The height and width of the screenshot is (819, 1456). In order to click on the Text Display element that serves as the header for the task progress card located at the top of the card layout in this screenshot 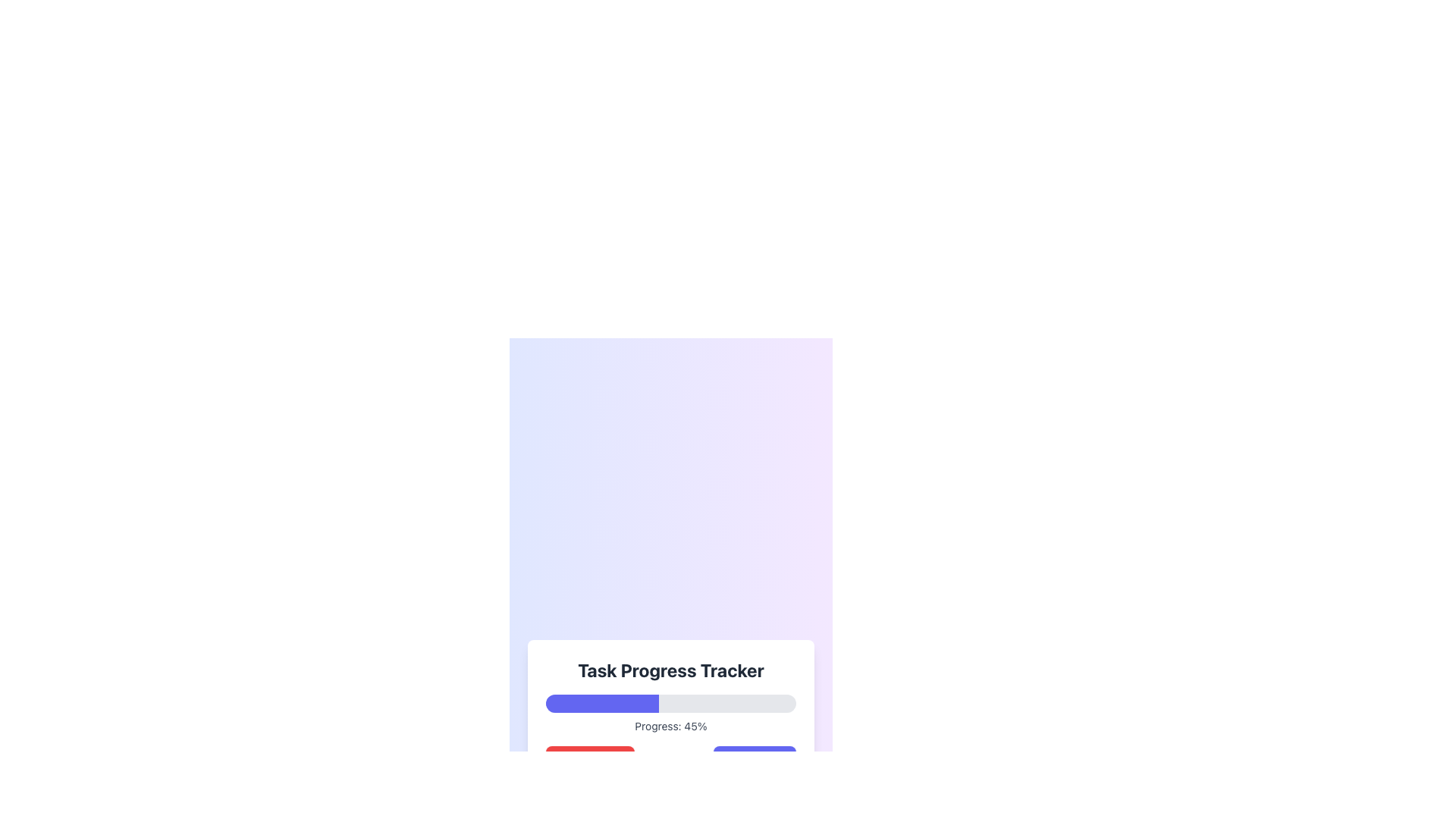, I will do `click(670, 669)`.